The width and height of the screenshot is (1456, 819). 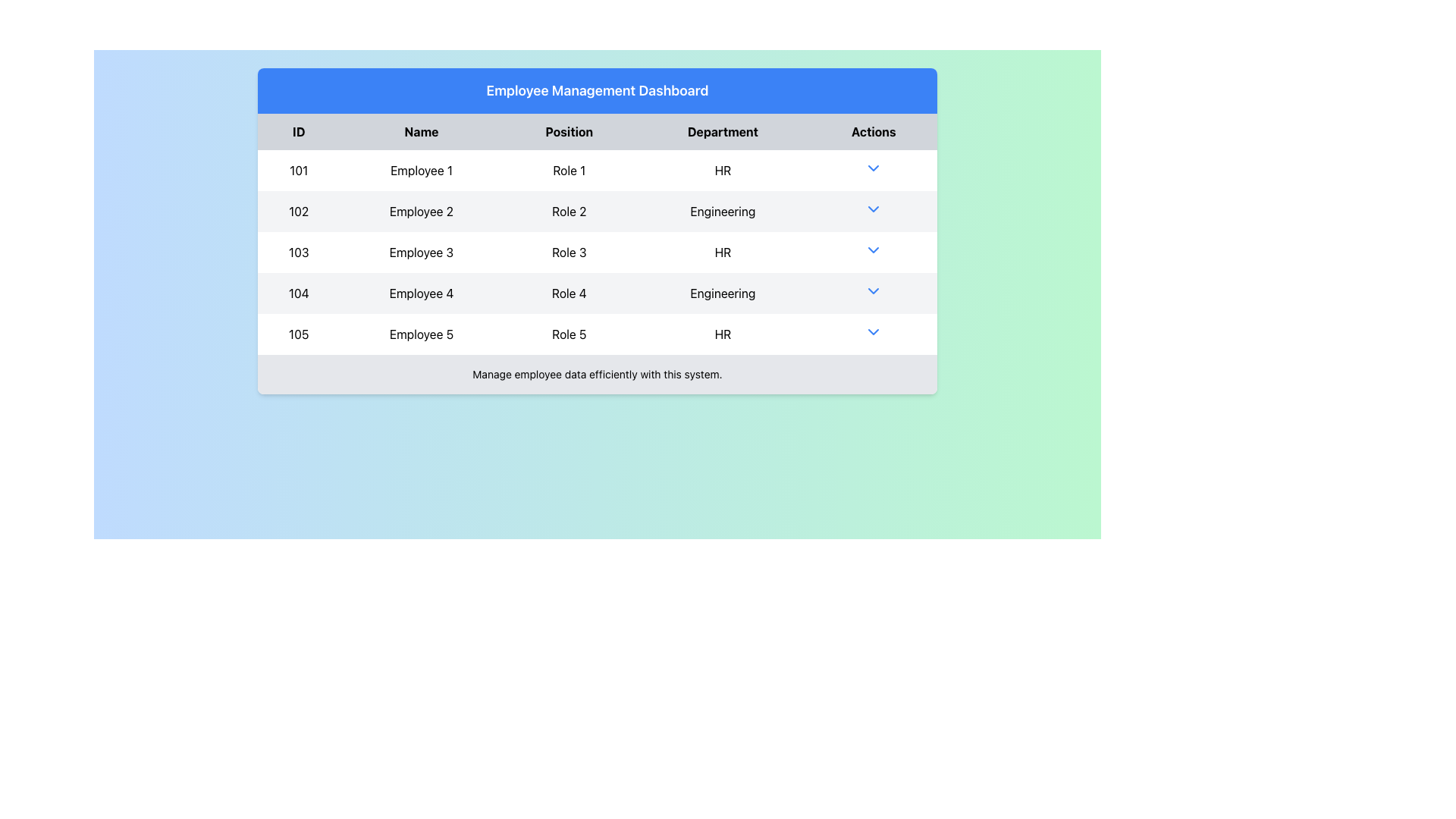 I want to click on the Text Label displaying the name of an employee located in the second column of the first data row under the 'Name' header, so click(x=422, y=170).